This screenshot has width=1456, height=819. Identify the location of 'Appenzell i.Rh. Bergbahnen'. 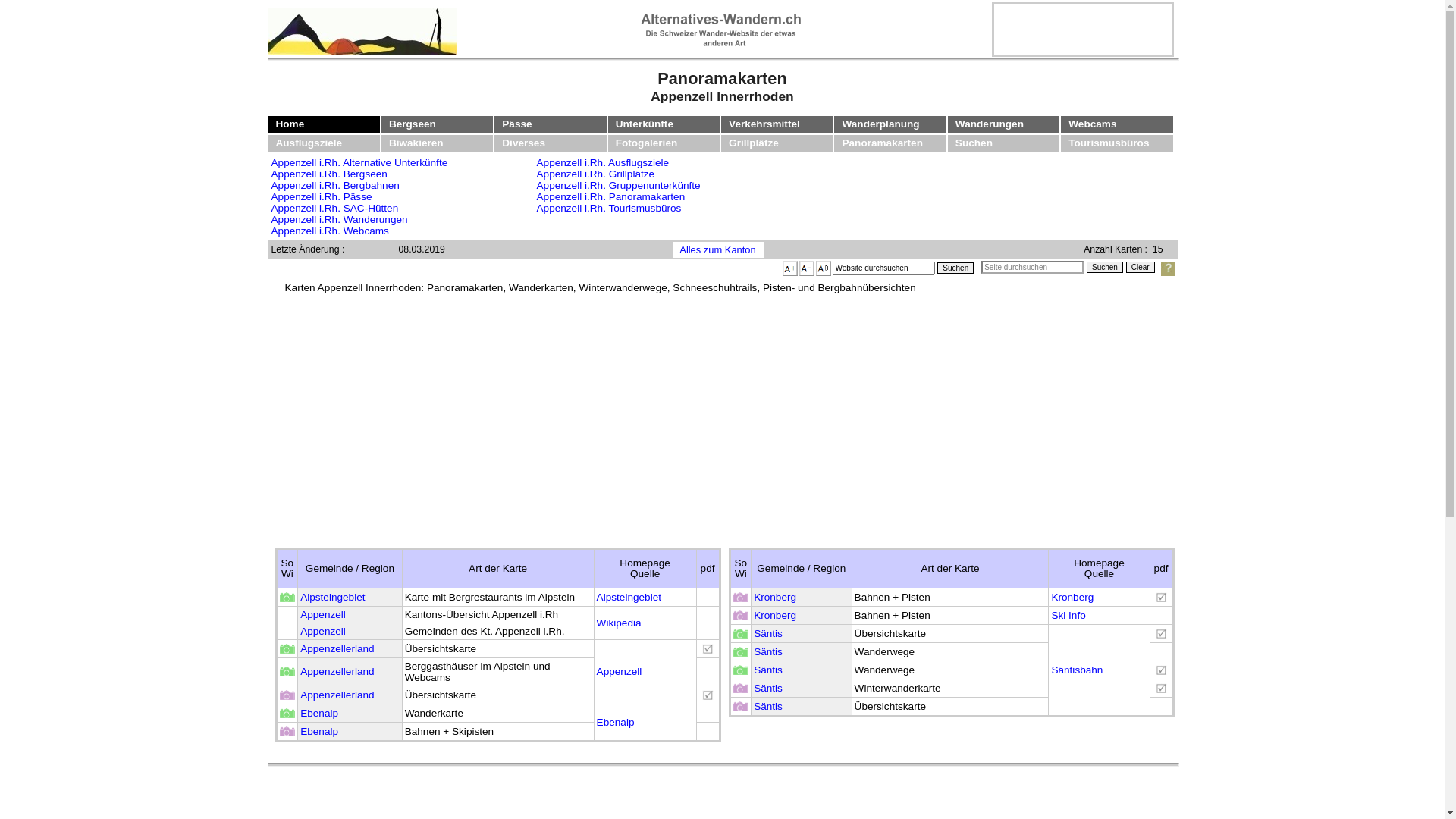
(334, 184).